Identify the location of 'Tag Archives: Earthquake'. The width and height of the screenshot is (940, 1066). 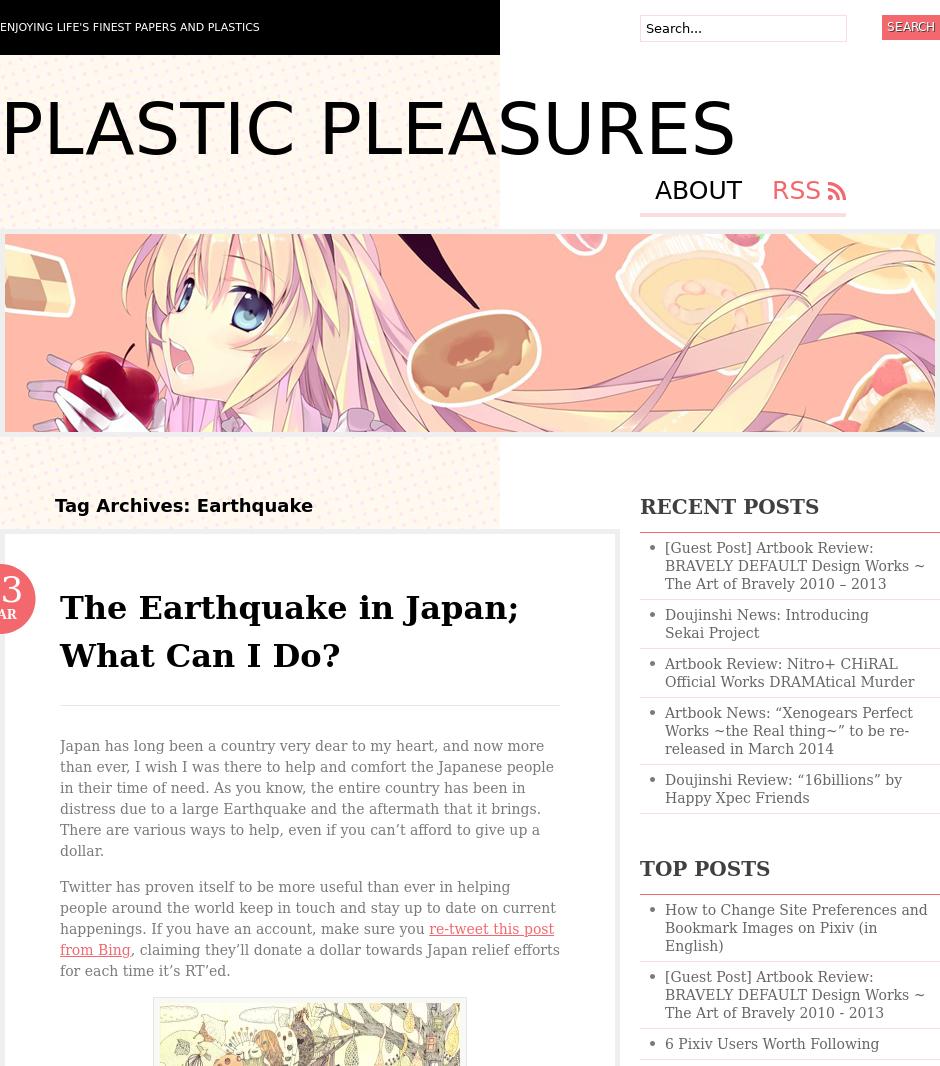
(183, 505).